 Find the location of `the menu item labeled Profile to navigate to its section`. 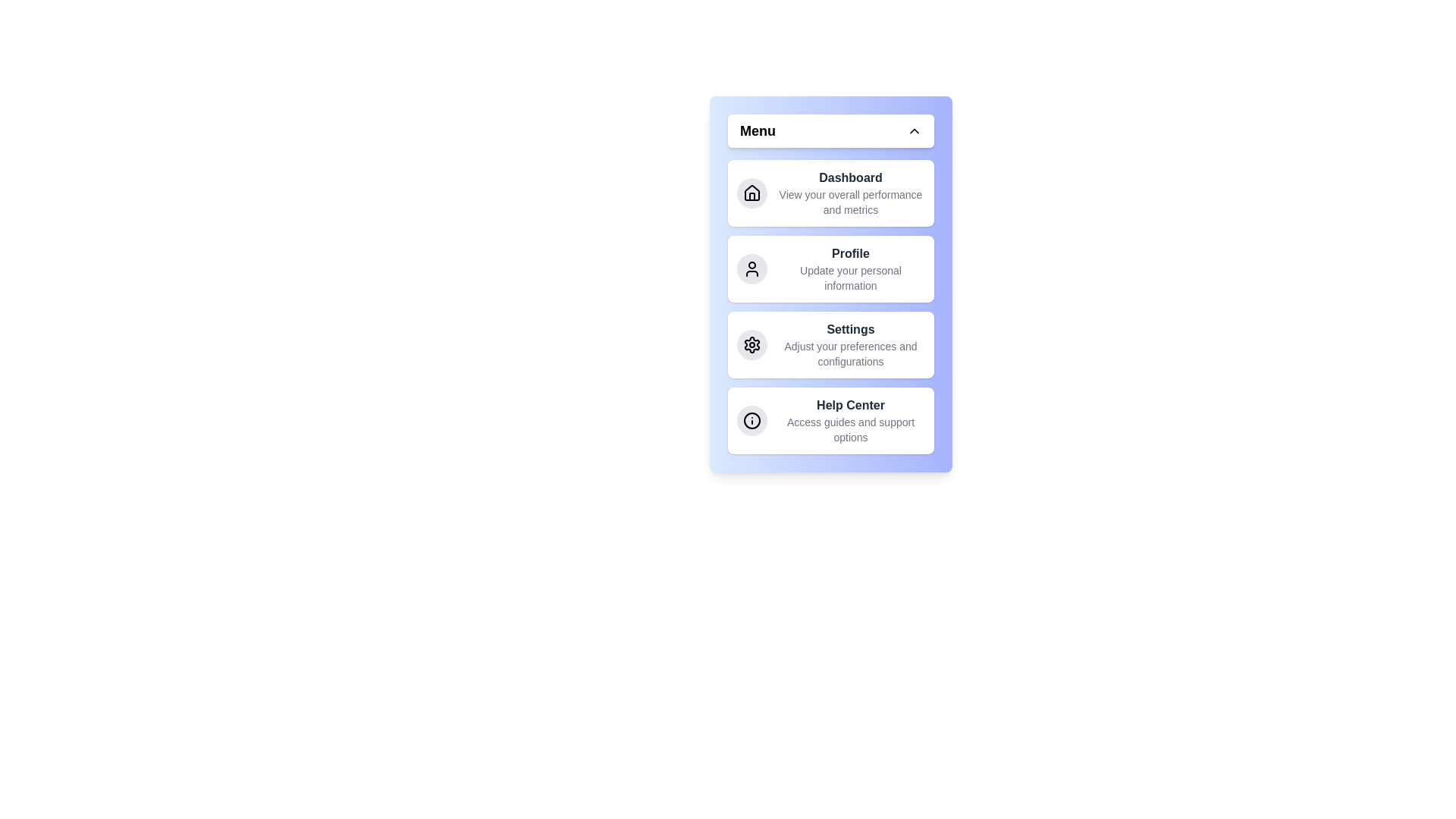

the menu item labeled Profile to navigate to its section is located at coordinates (830, 268).